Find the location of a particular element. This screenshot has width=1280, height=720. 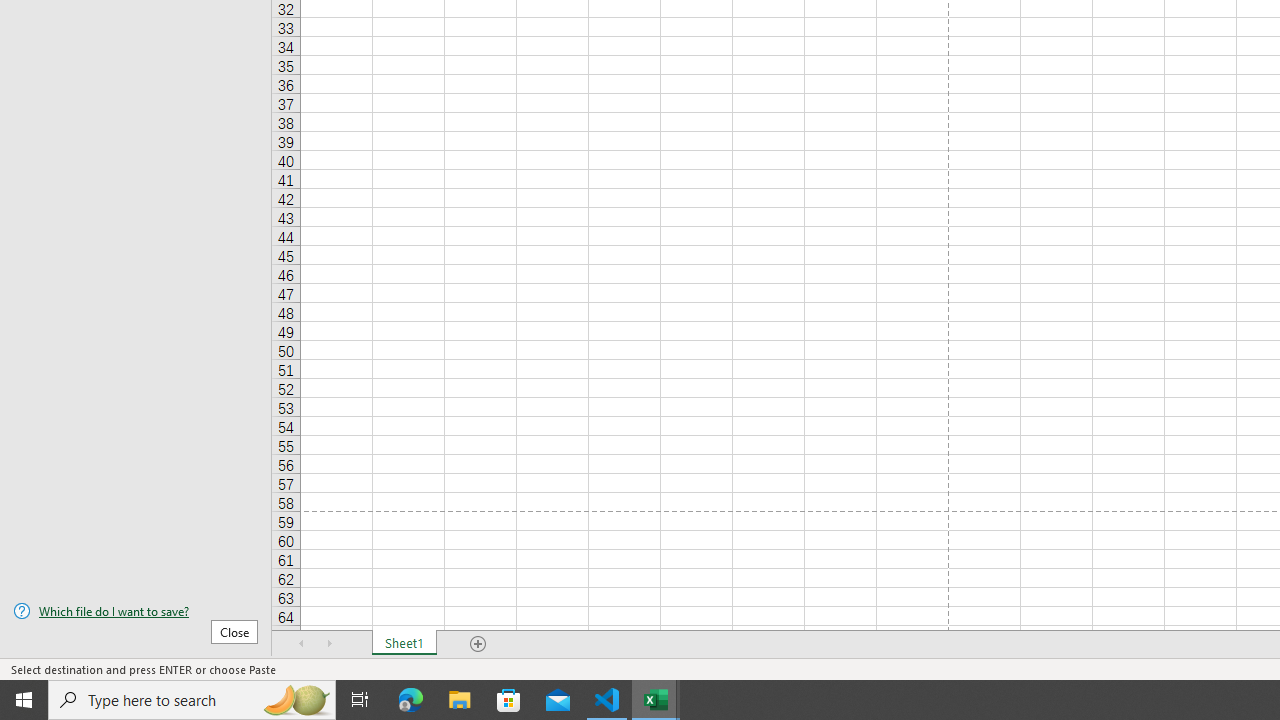

'Scroll Right' is located at coordinates (330, 644).